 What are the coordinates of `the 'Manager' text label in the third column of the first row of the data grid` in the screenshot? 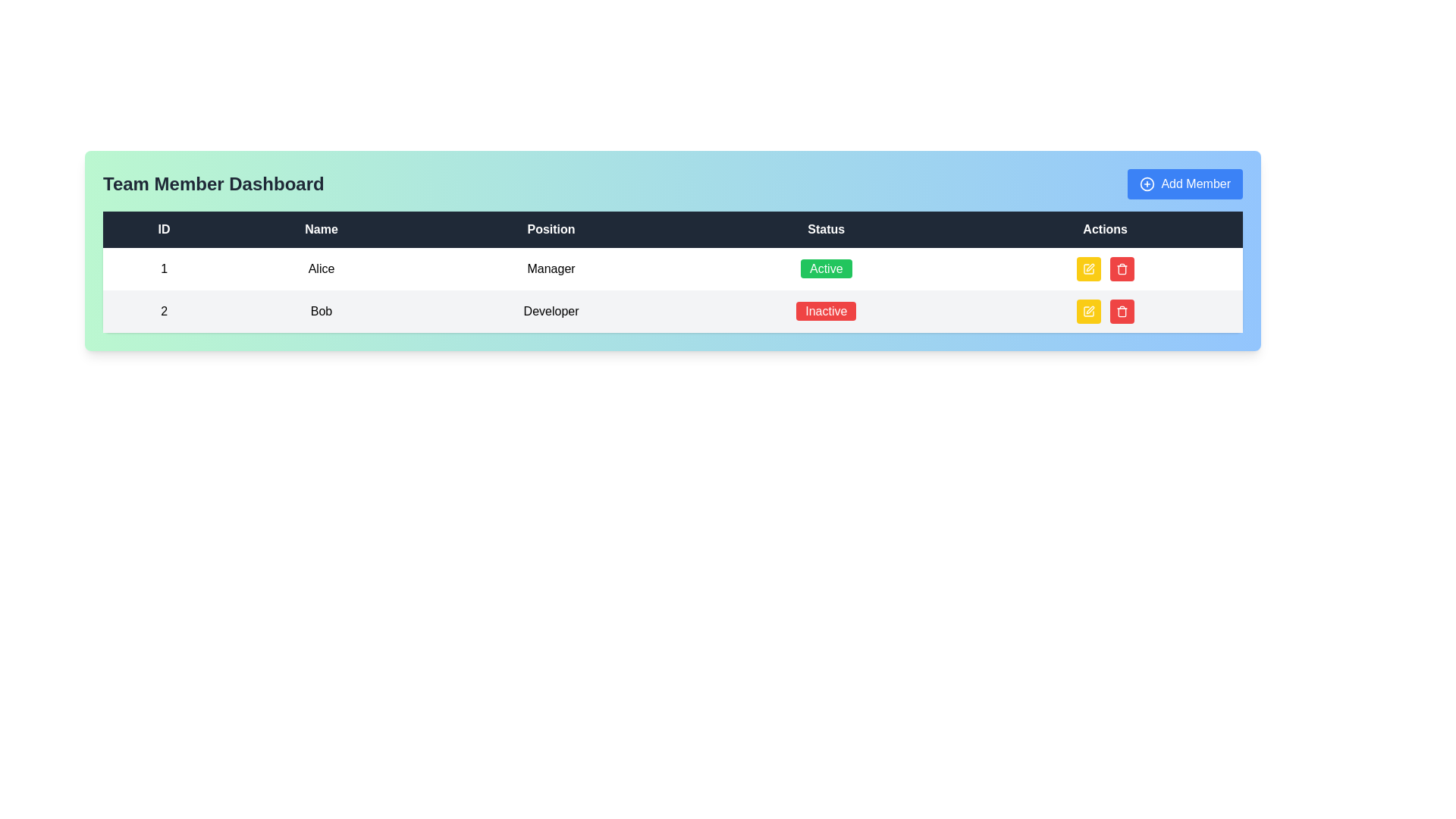 It's located at (551, 268).